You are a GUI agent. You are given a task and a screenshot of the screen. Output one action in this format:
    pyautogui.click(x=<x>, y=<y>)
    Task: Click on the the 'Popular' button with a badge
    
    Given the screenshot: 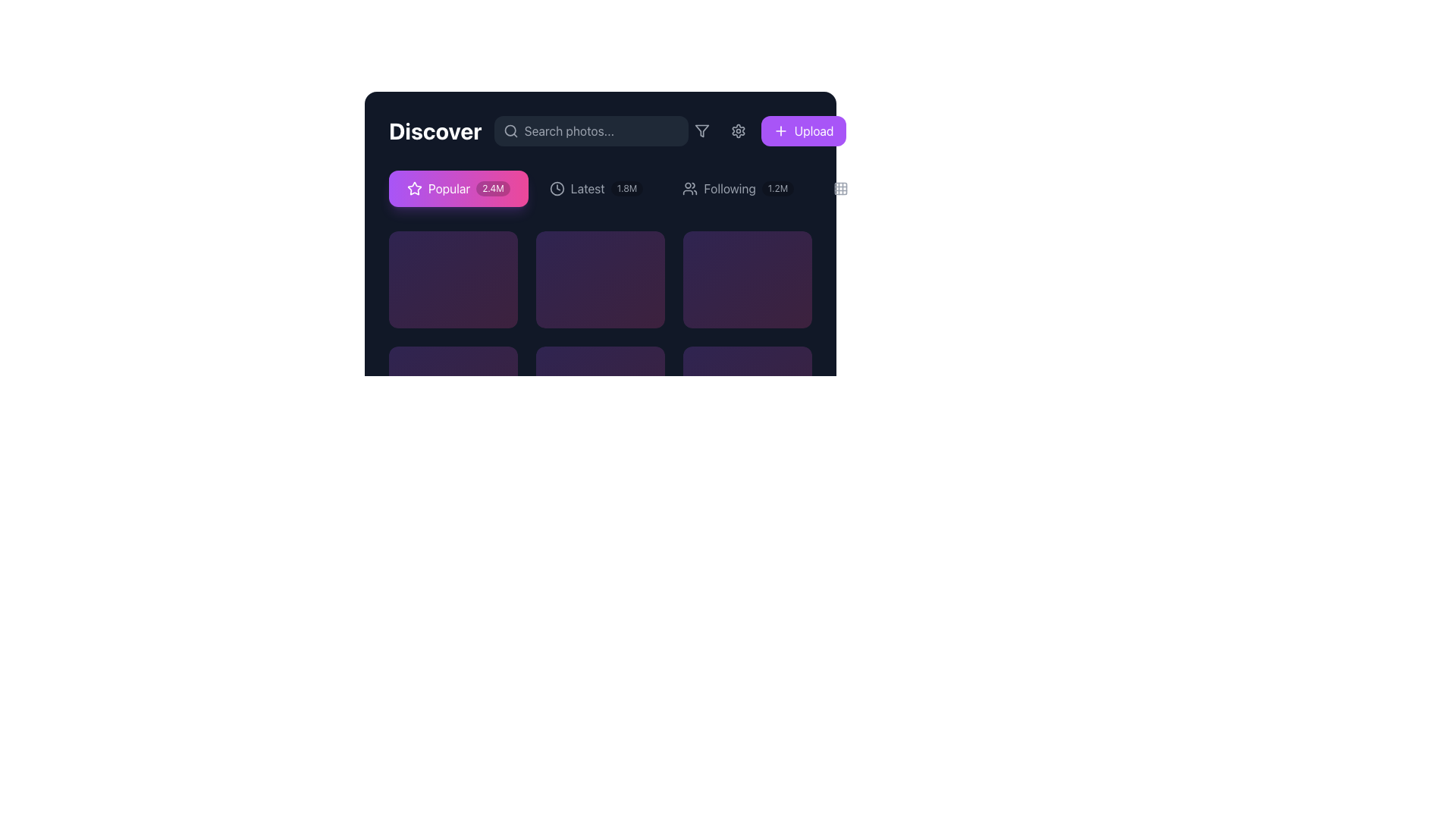 What is the action you would take?
    pyautogui.click(x=457, y=188)
    